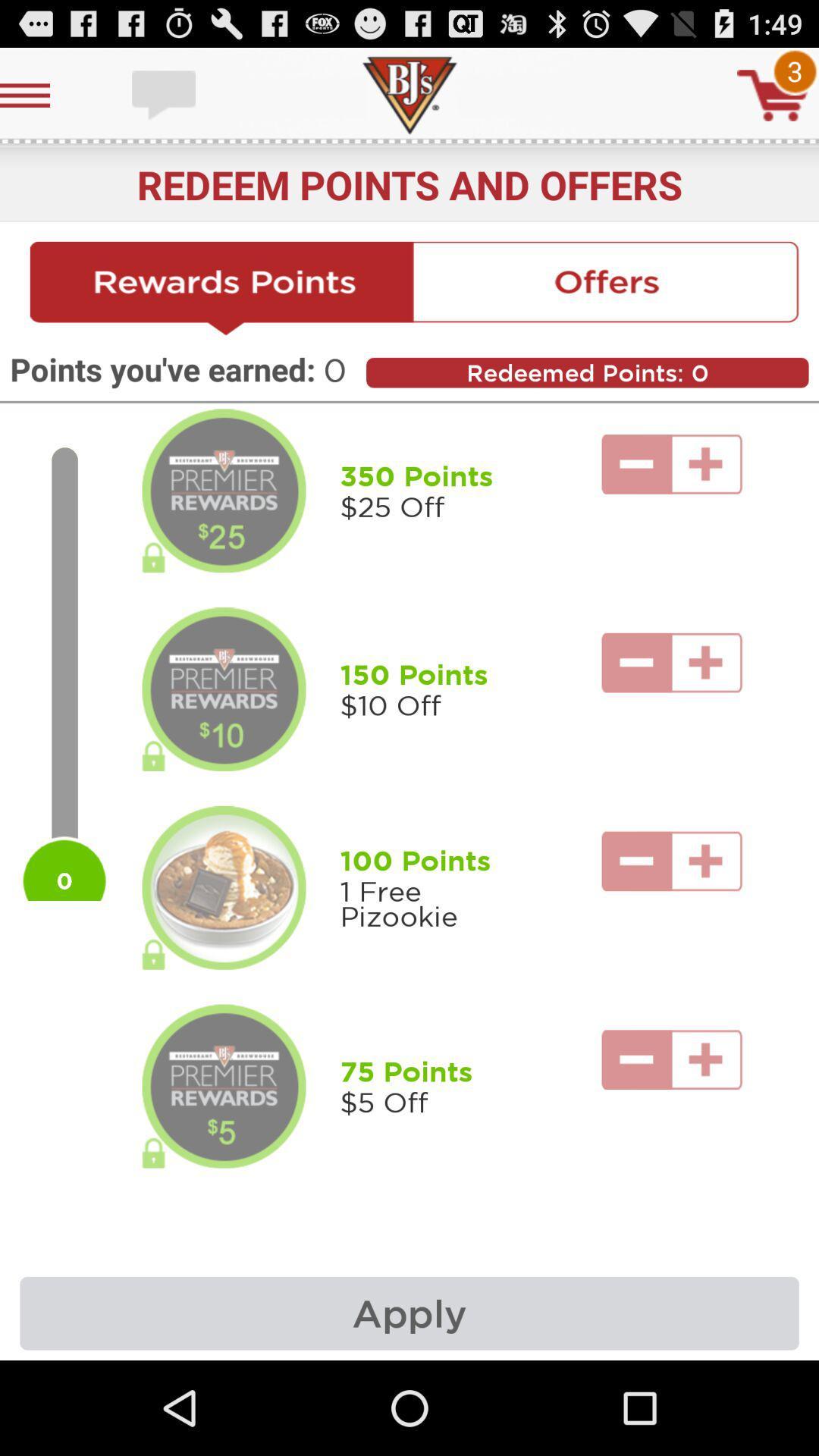  I want to click on take to description of the item, so click(224, 491).